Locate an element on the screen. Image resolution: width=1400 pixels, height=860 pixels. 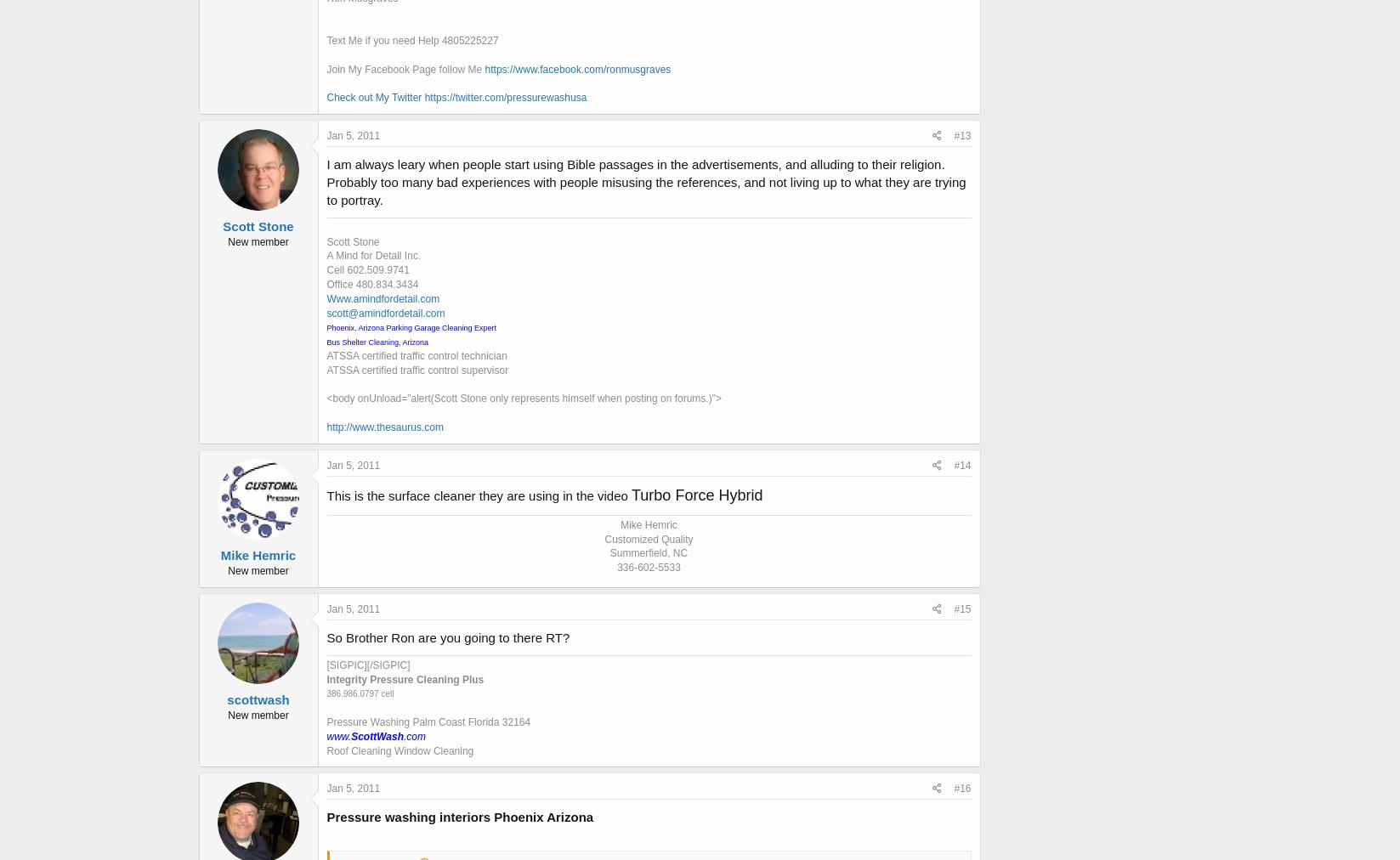
'Cell 602.509.9741' is located at coordinates (367, 269).